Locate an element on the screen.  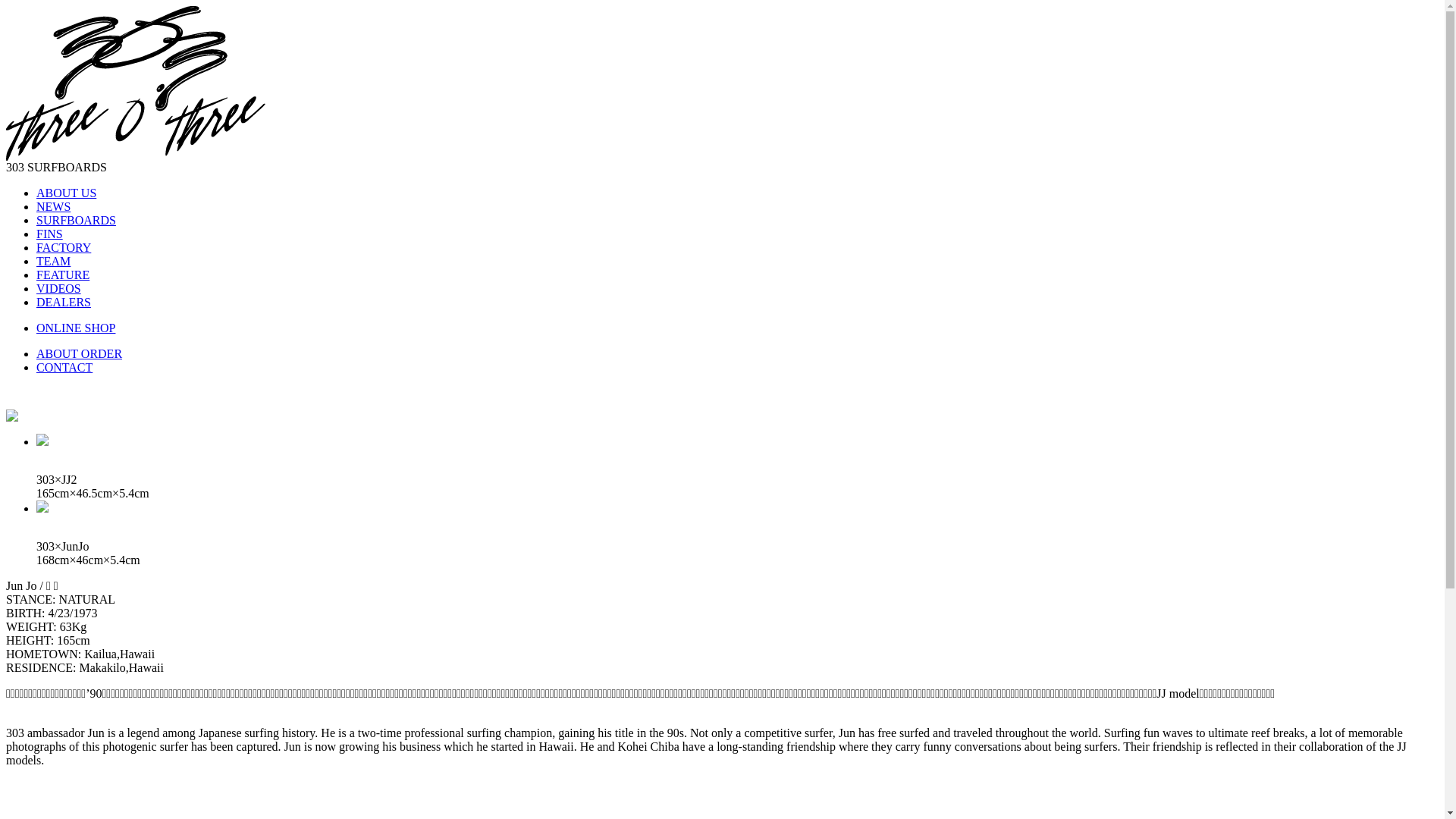
'ABOUT ORDER' is located at coordinates (36, 353).